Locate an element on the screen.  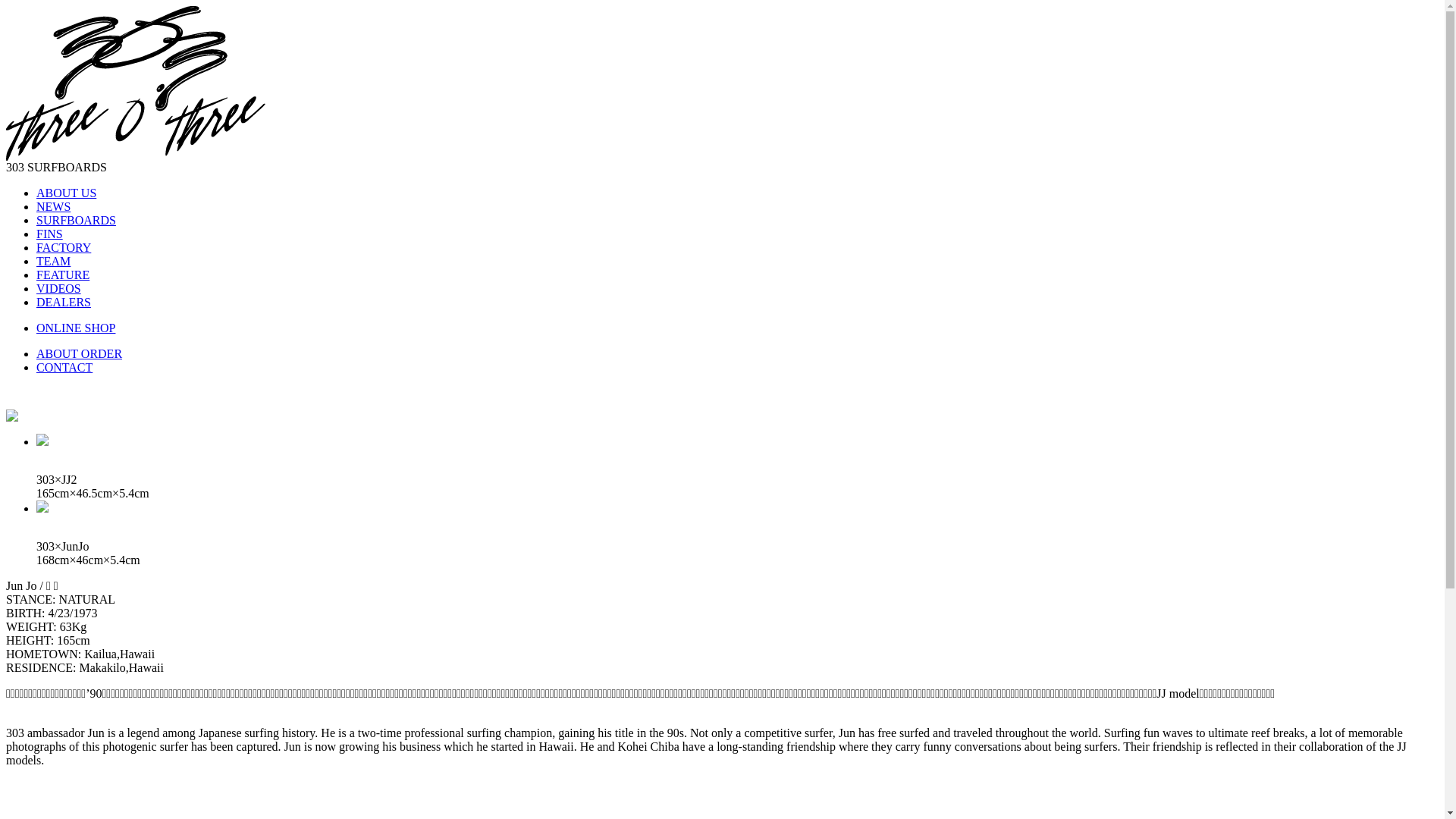
'ABOUT ORDER' is located at coordinates (36, 353).